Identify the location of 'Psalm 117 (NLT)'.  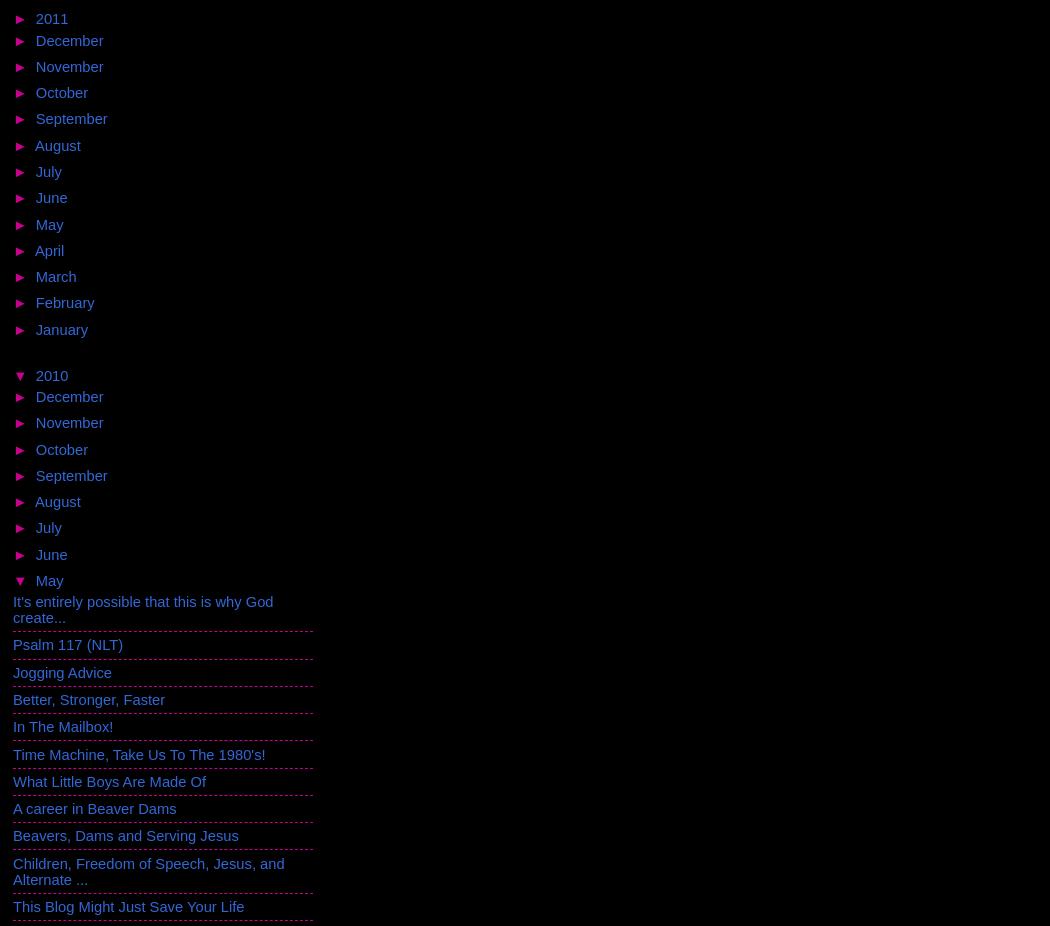
(67, 643).